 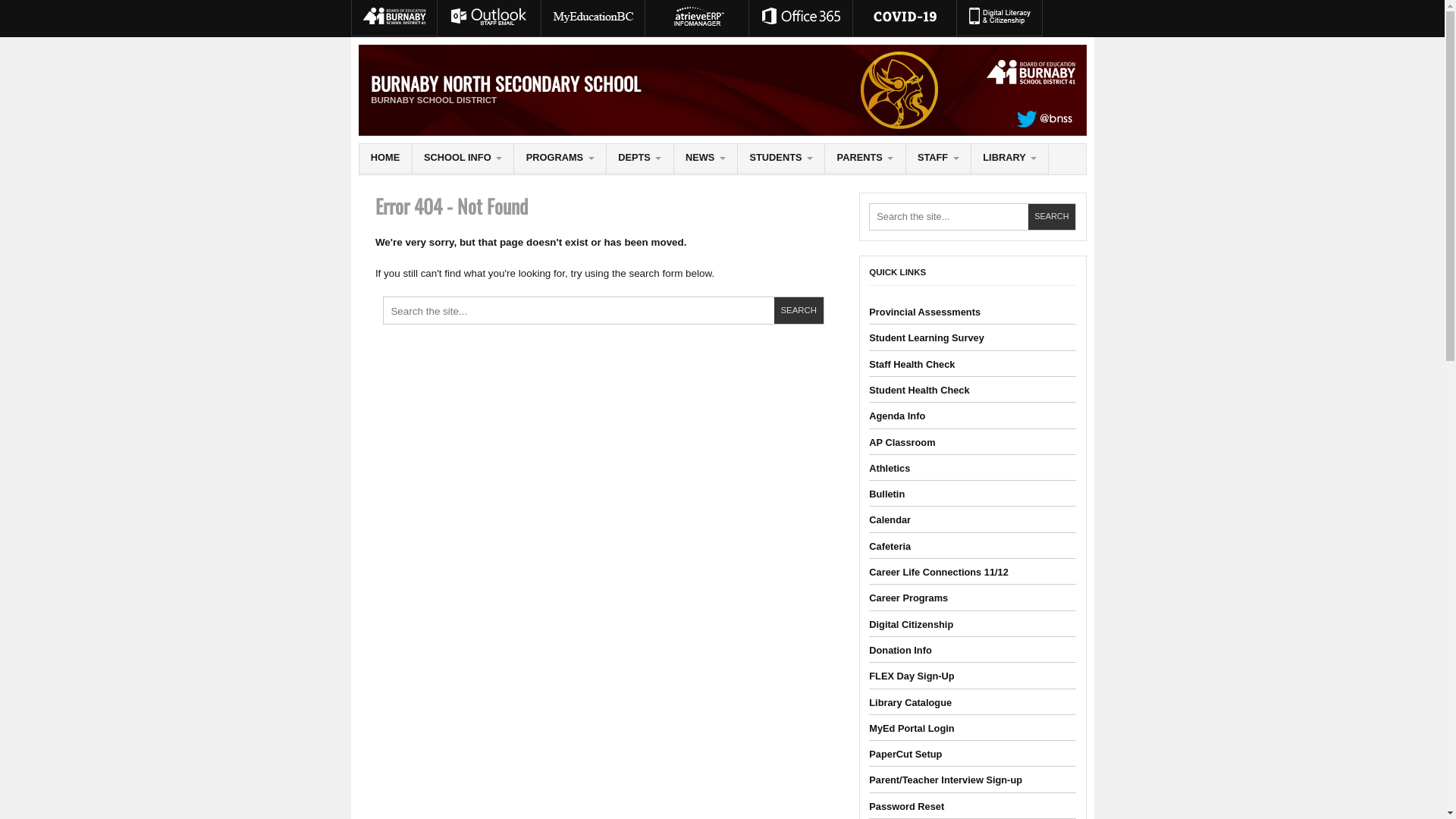 I want to click on 'Calendar', so click(x=890, y=519).